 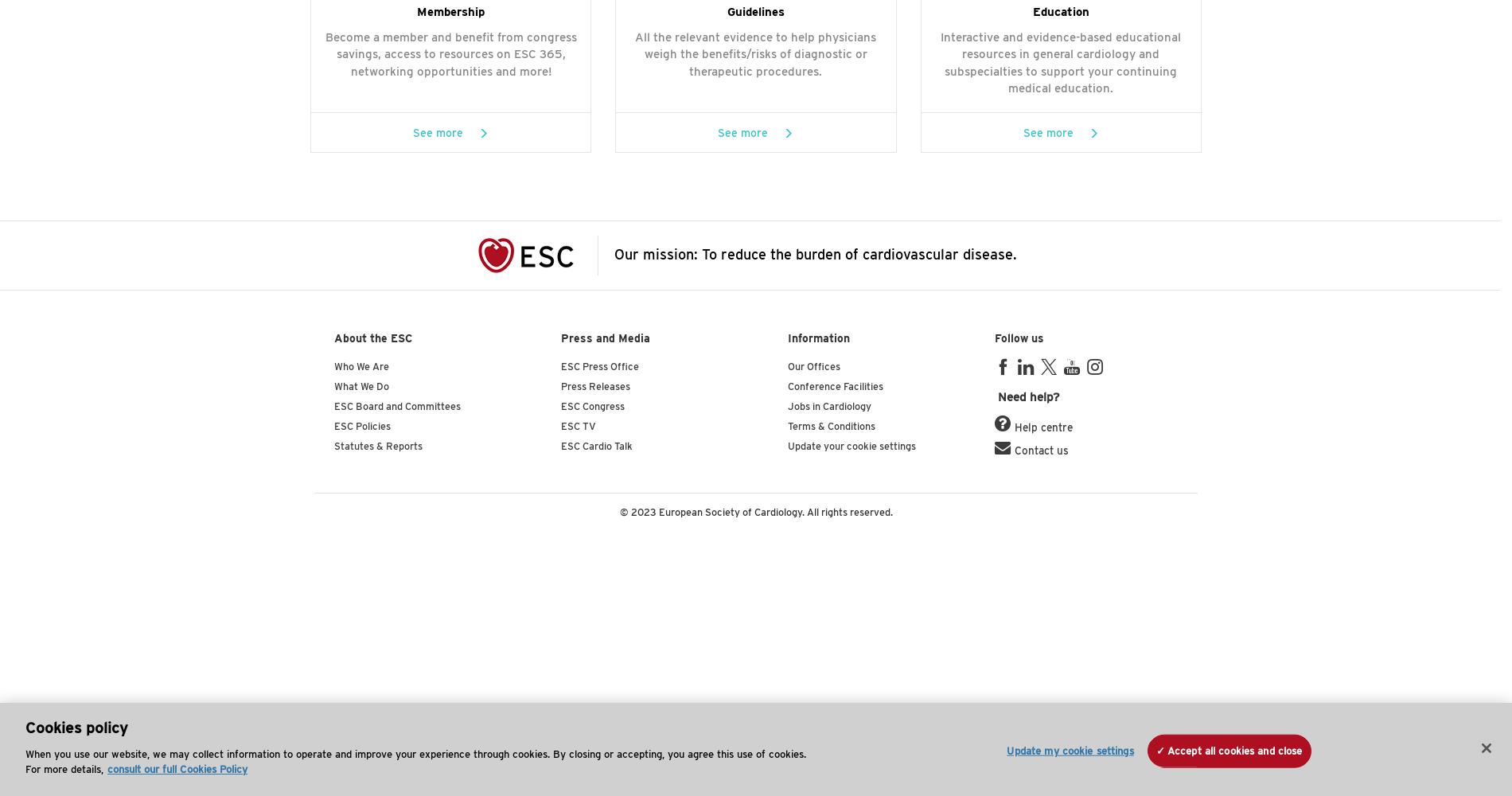 What do you see at coordinates (450, 12) in the screenshot?
I see `'Membership'` at bounding box center [450, 12].